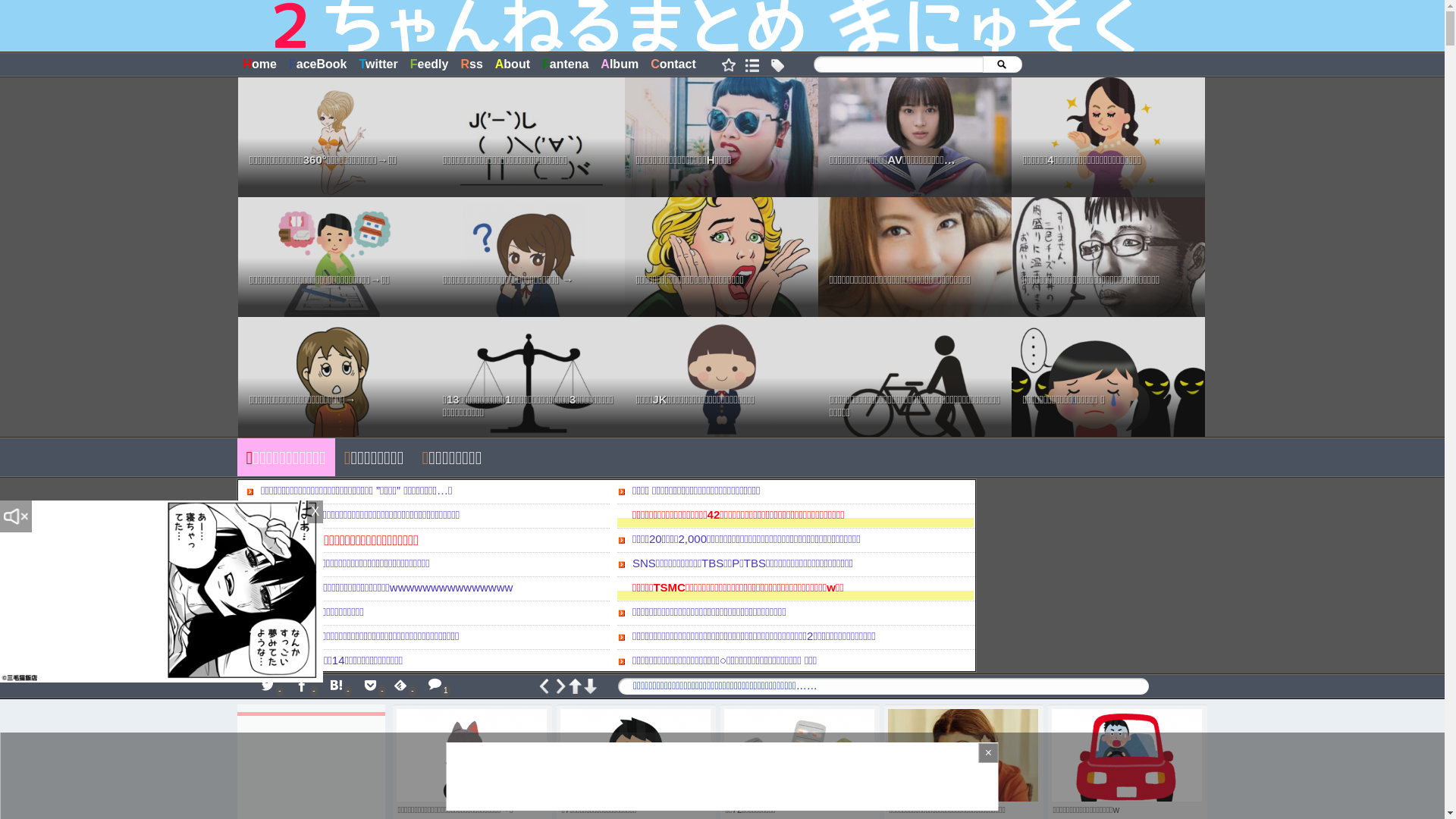 The height and width of the screenshot is (819, 1456). Describe the element at coordinates (337, 686) in the screenshot. I see `'-'` at that location.